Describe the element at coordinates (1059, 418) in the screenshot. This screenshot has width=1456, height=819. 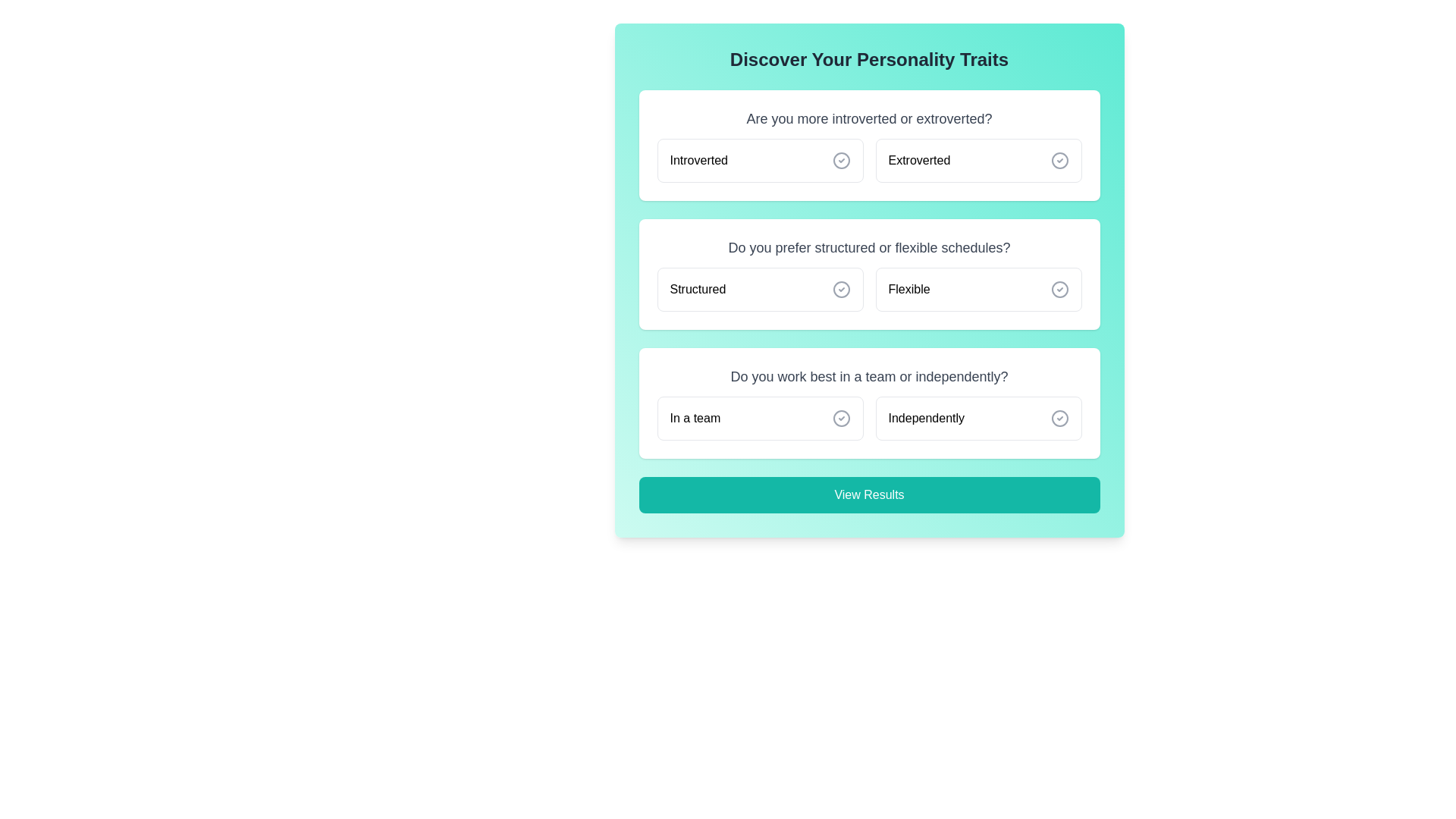
I see `the selectable state icon associated with the option 'Independently', located at the far-right of the box labeled 'Independently' in the third question block of the form interface` at that location.